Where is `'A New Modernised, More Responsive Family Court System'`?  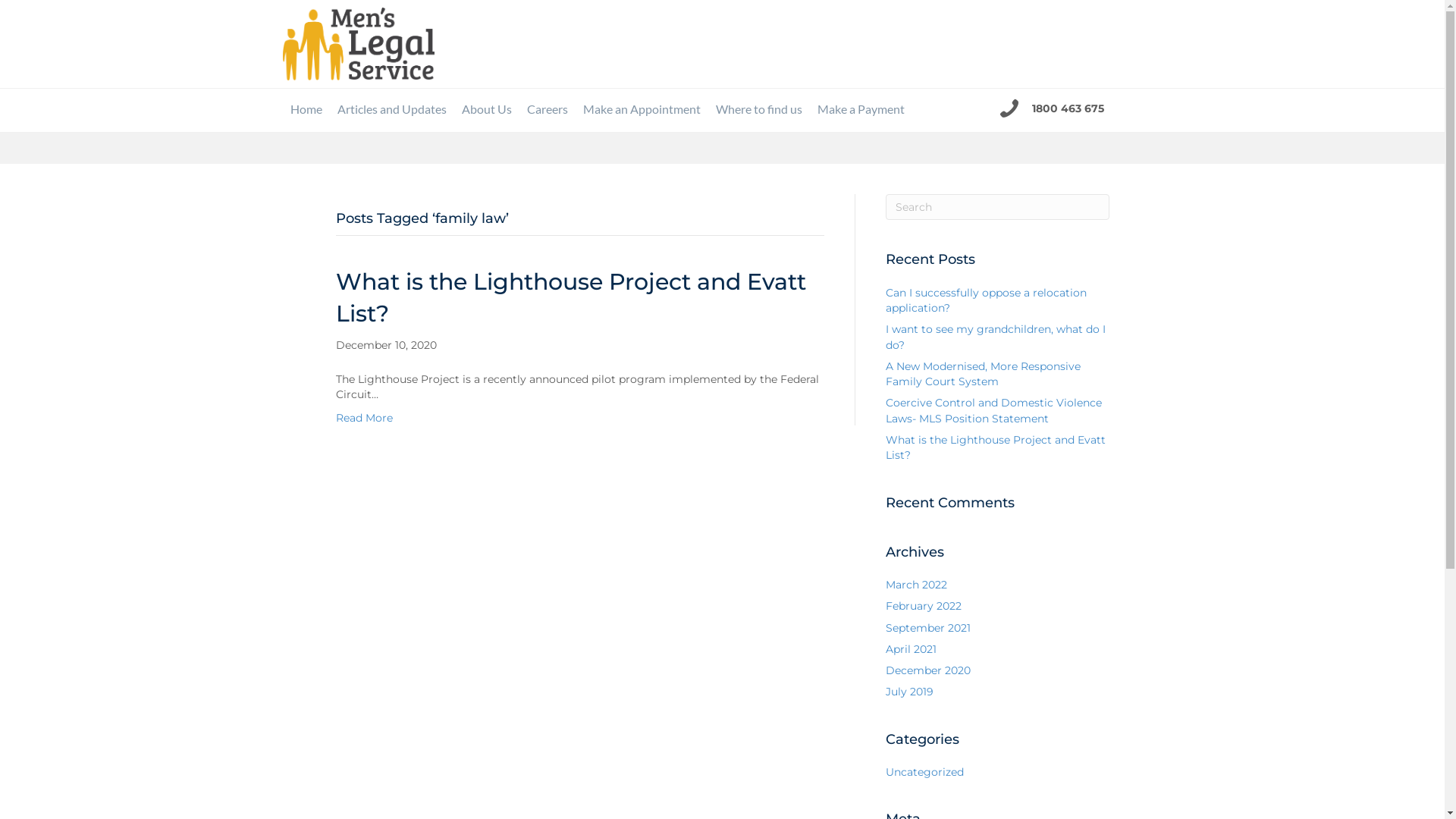 'A New Modernised, More Responsive Family Court System' is located at coordinates (983, 374).